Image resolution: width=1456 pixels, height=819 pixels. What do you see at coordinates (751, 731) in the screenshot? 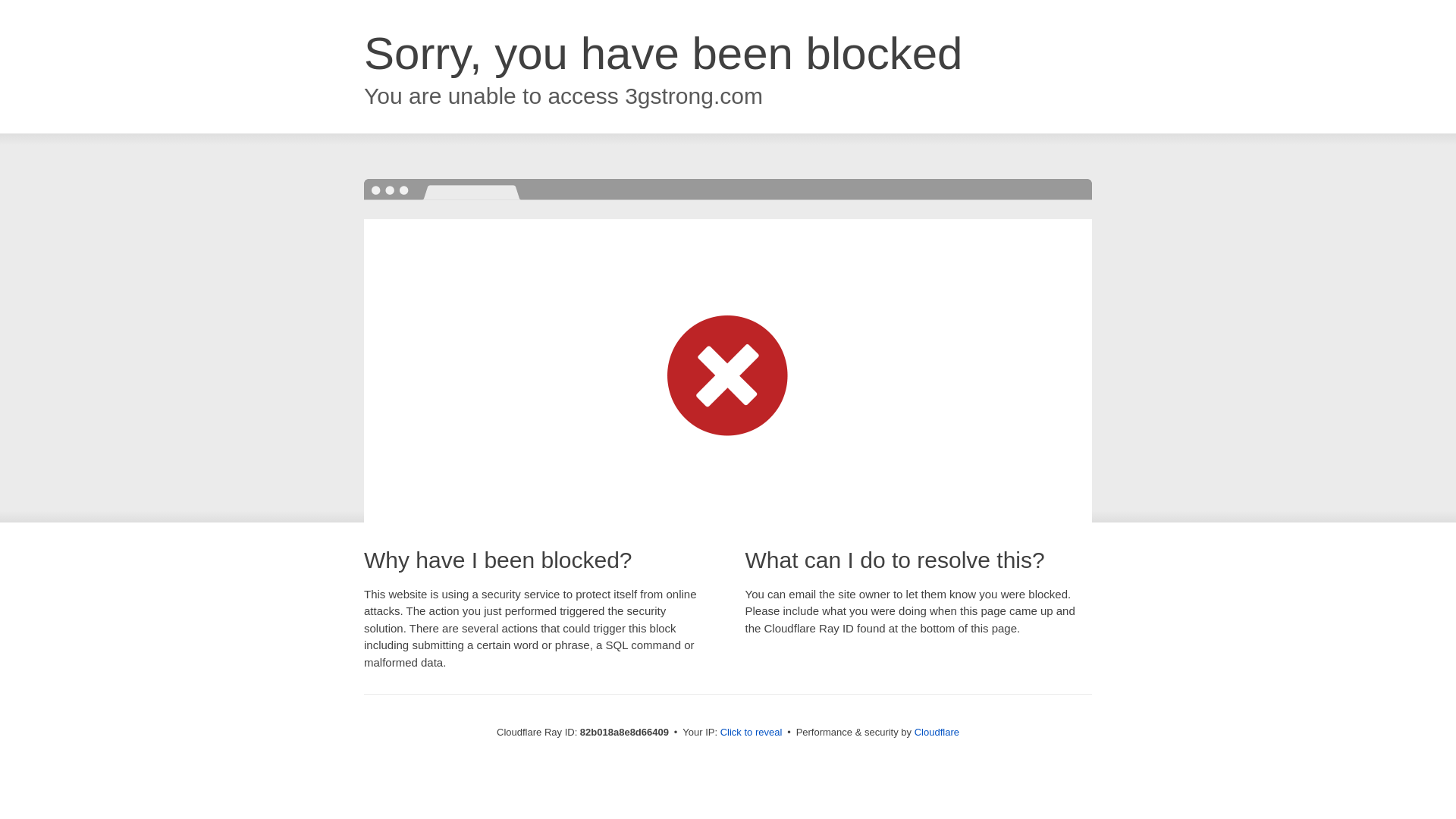
I see `'Click to reveal'` at bounding box center [751, 731].